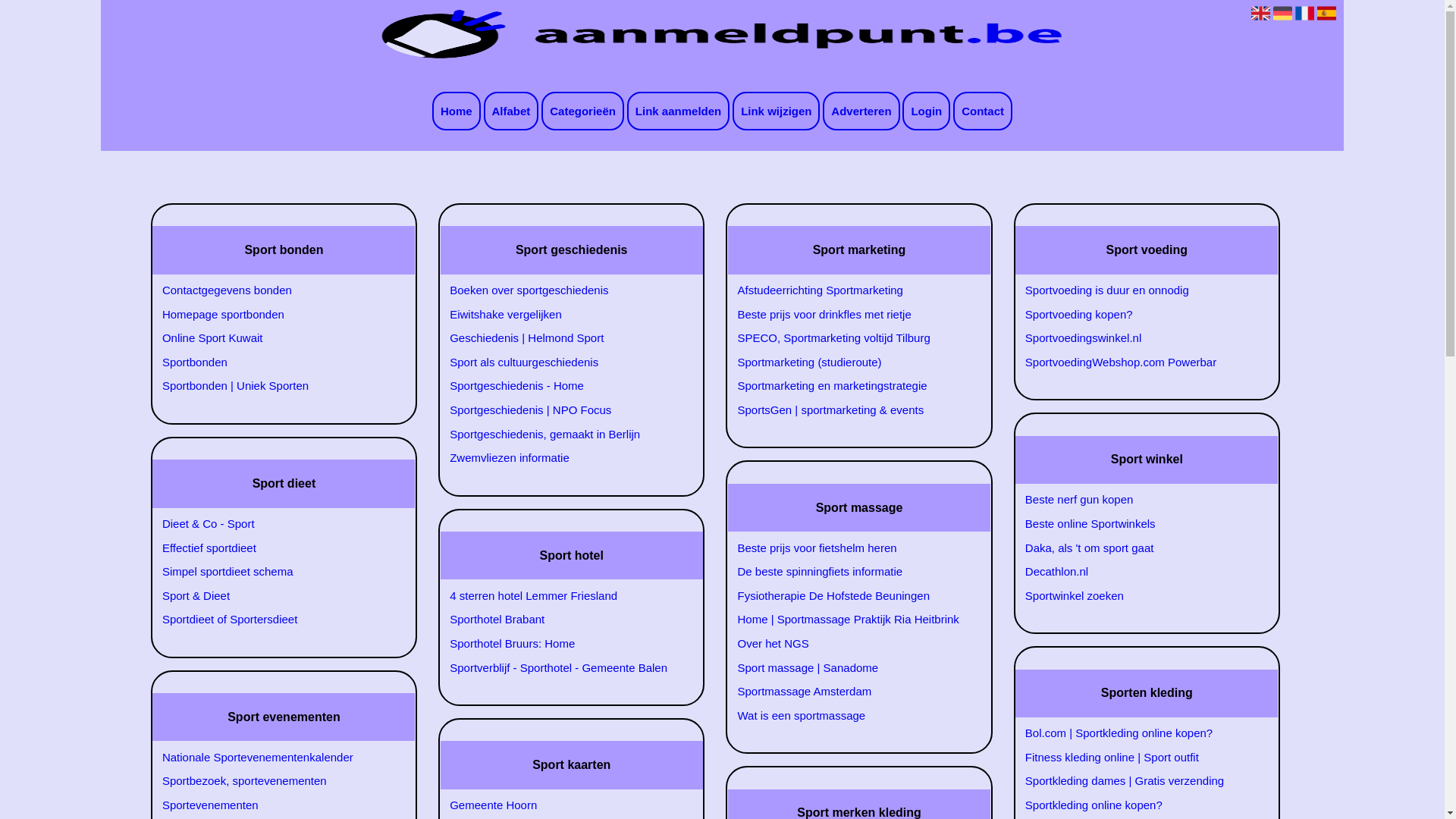  What do you see at coordinates (850, 362) in the screenshot?
I see `'Sportmarketing (studieroute)'` at bounding box center [850, 362].